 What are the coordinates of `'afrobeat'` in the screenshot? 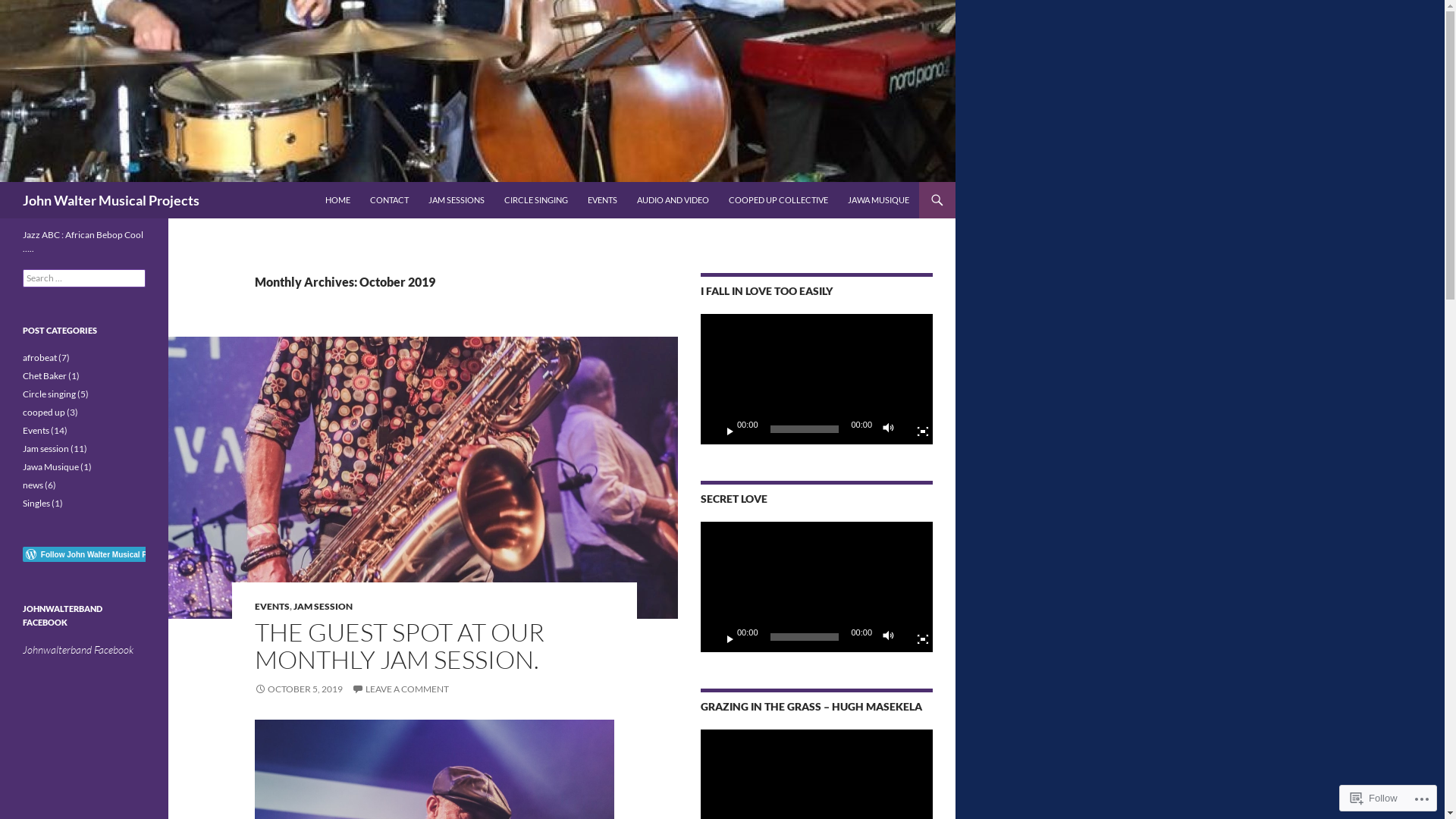 It's located at (39, 357).